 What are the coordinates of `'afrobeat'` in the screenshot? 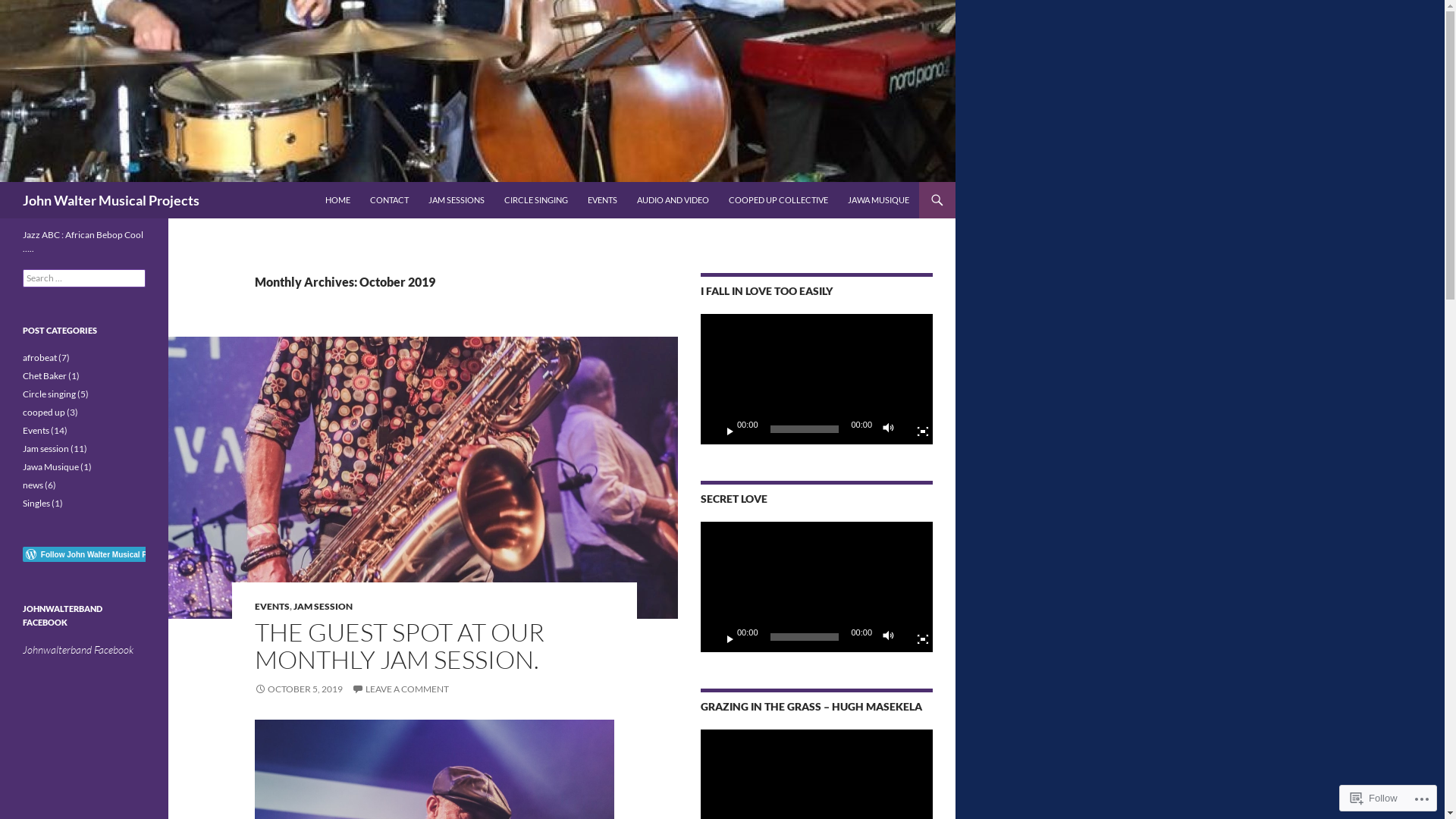 It's located at (39, 357).